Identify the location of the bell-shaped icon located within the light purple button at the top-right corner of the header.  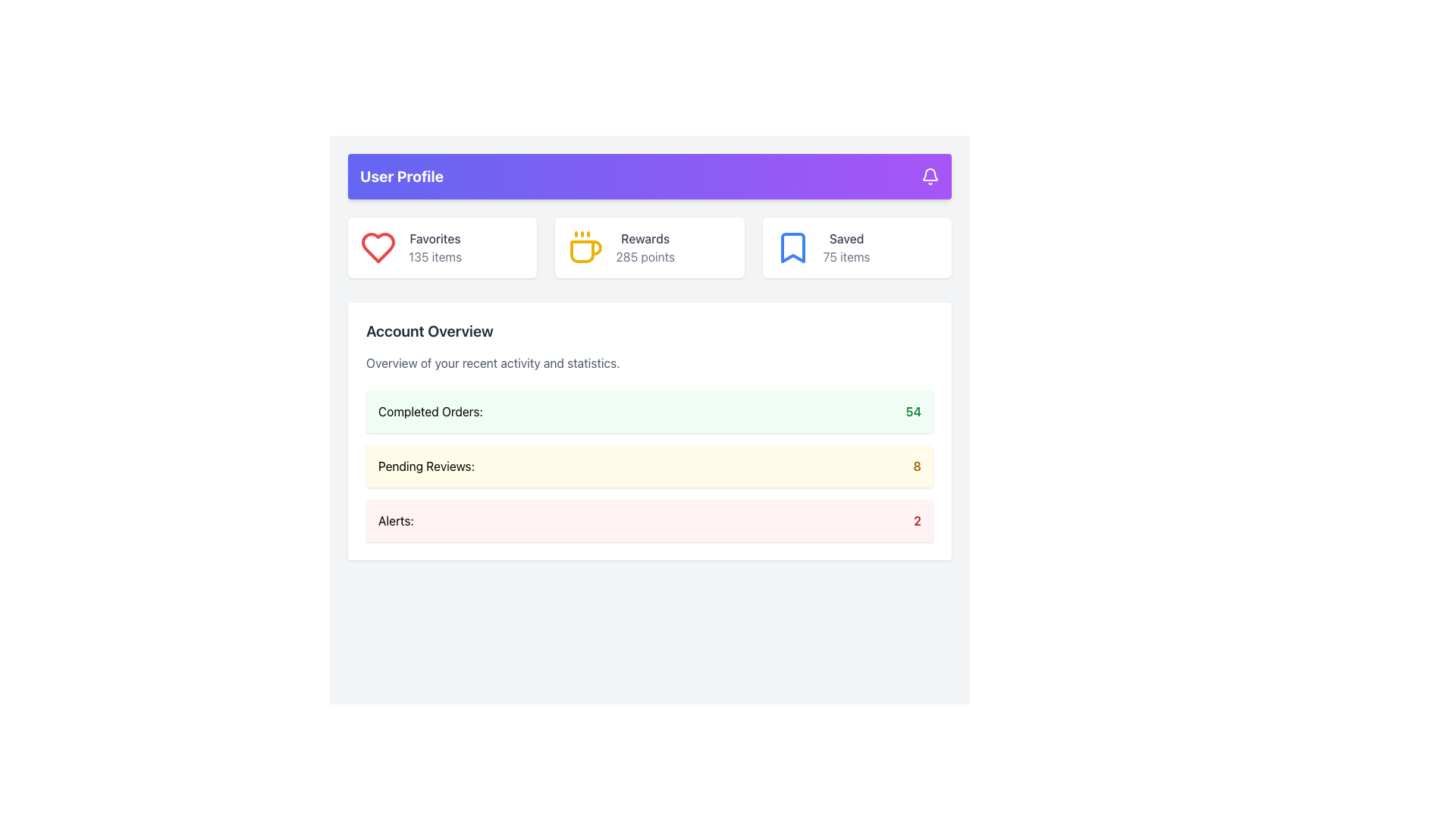
(930, 174).